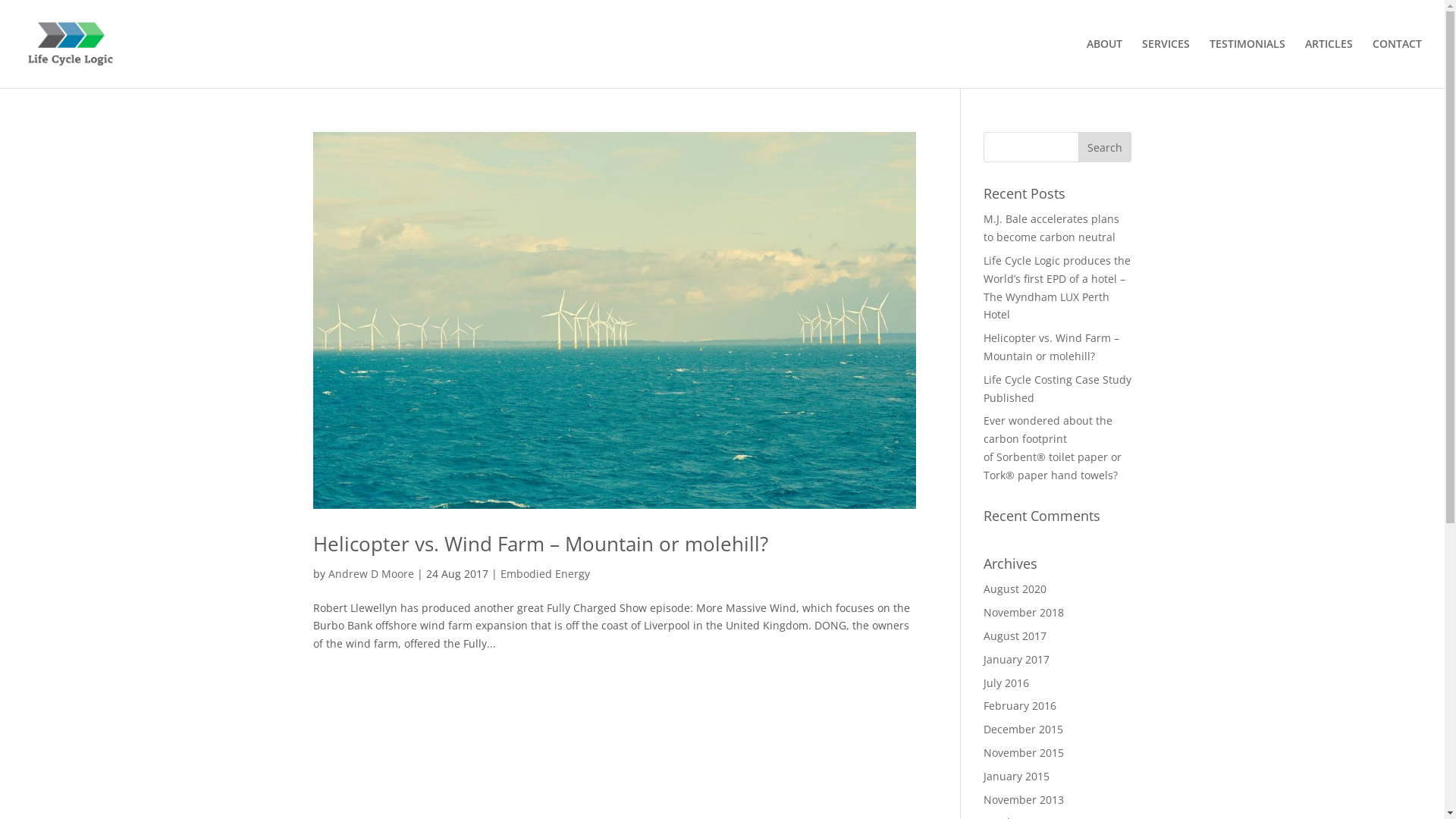 The height and width of the screenshot is (819, 1456). What do you see at coordinates (1304, 62) in the screenshot?
I see `'ARTICLES'` at bounding box center [1304, 62].